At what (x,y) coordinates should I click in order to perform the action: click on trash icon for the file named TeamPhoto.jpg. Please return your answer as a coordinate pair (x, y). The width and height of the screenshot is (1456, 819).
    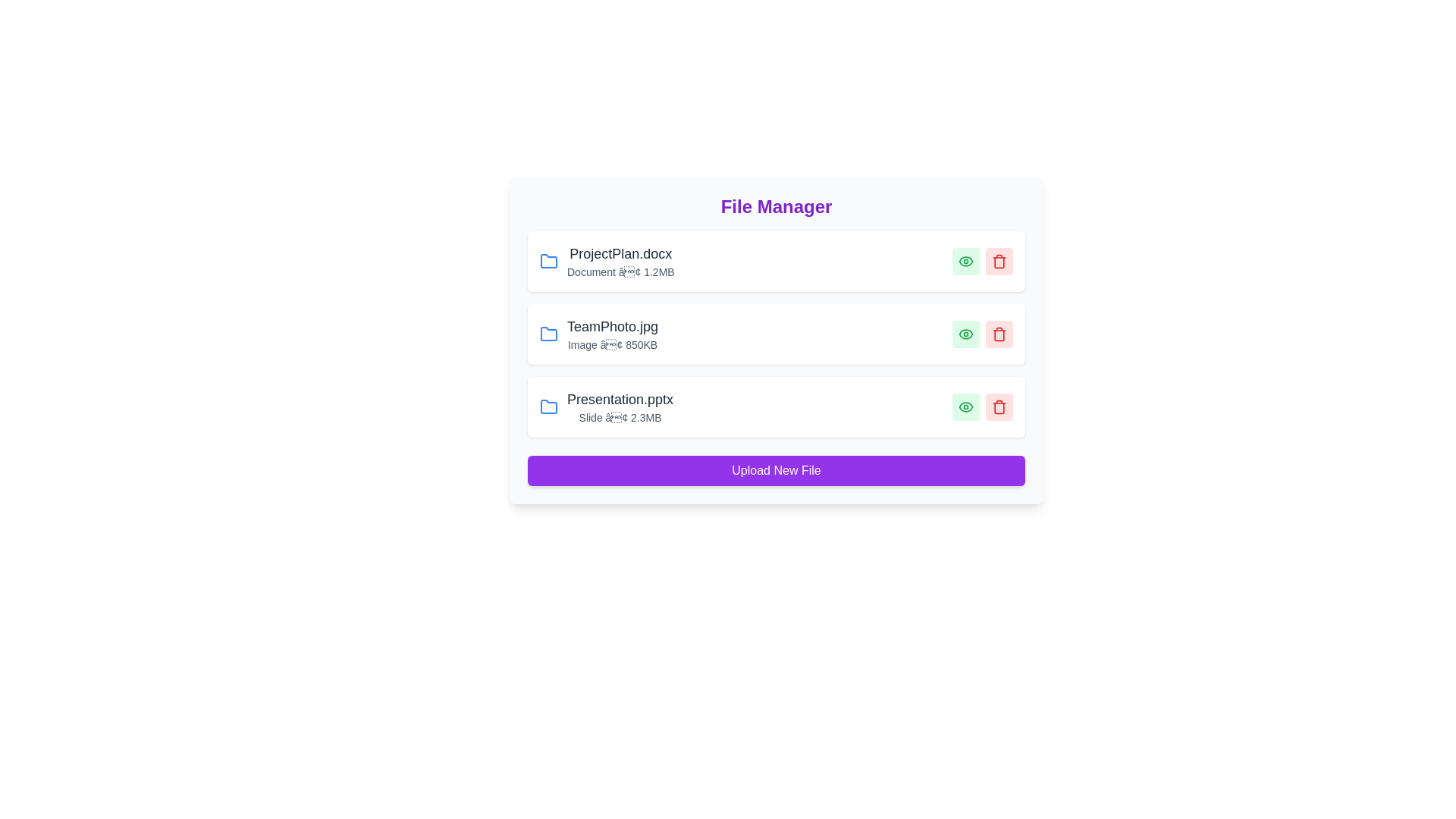
    Looking at the image, I should click on (999, 333).